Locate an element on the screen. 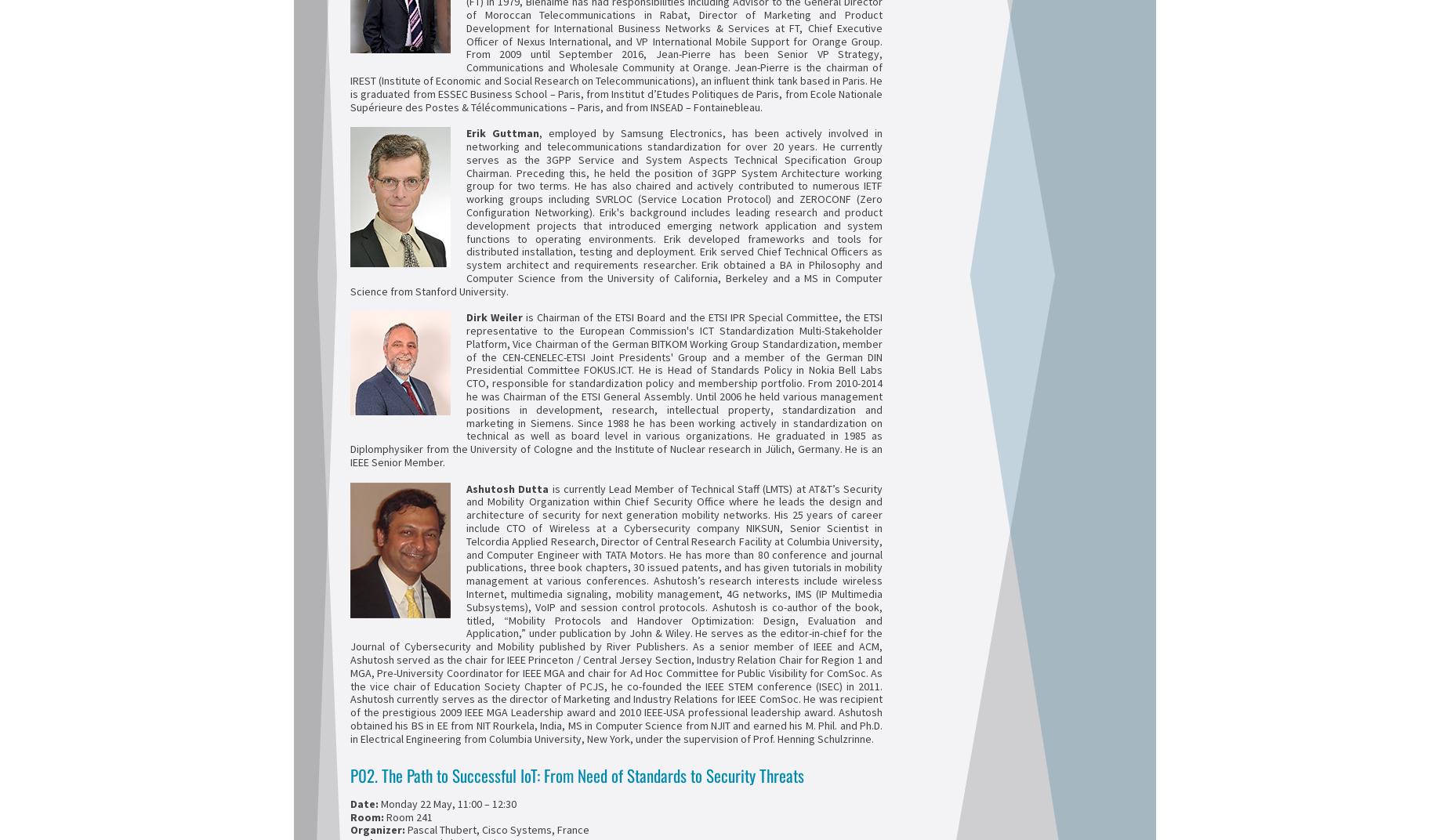  'Room 241' is located at coordinates (408, 816).